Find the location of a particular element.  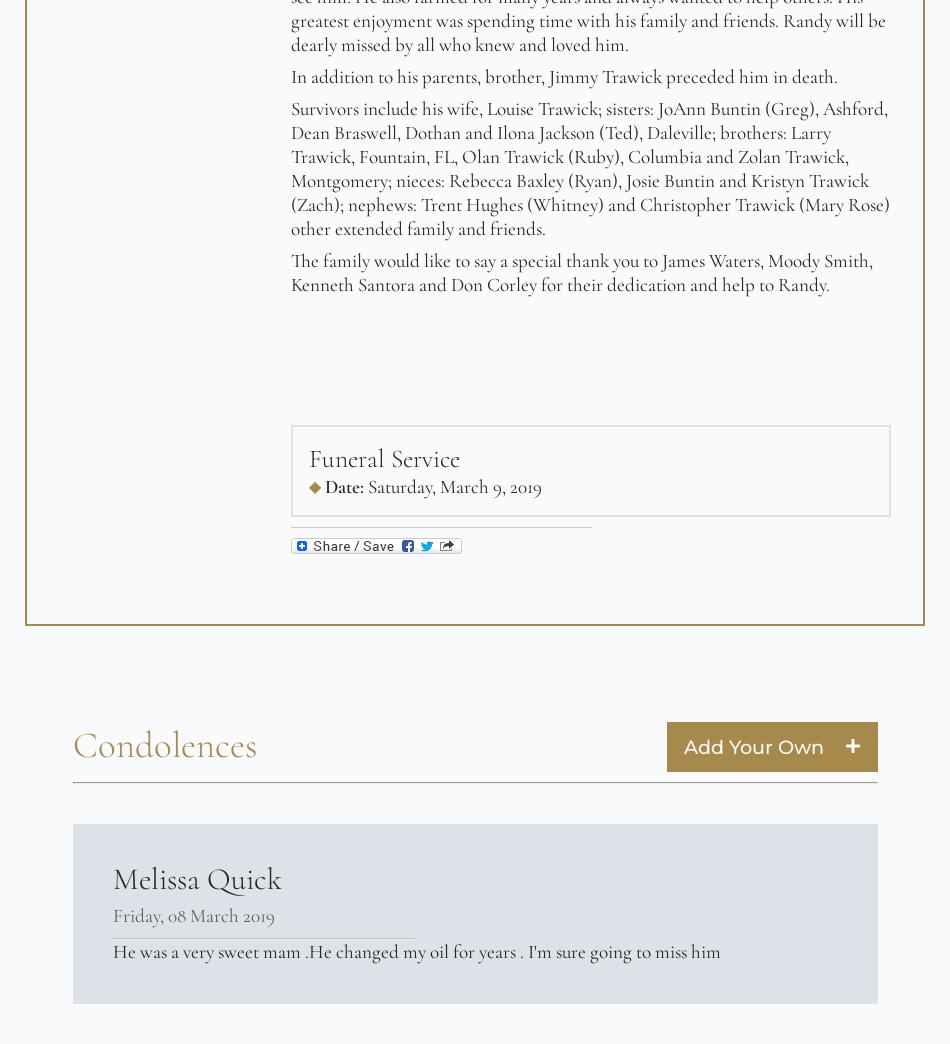

'Friday, 08 March 2019' is located at coordinates (112, 913).